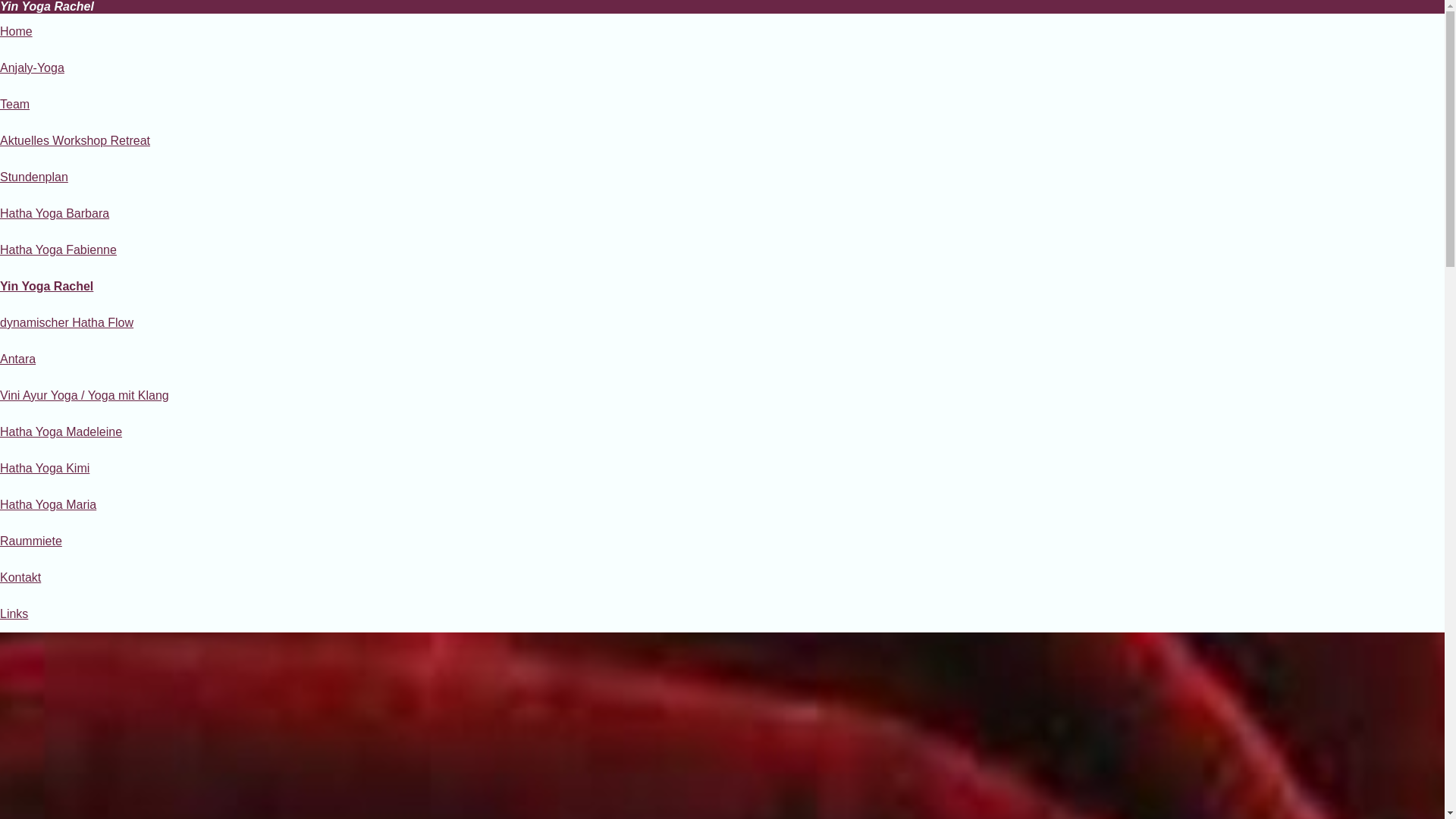 This screenshot has height=819, width=1456. I want to click on 'Aktuelles Workshop Retreat', so click(74, 140).